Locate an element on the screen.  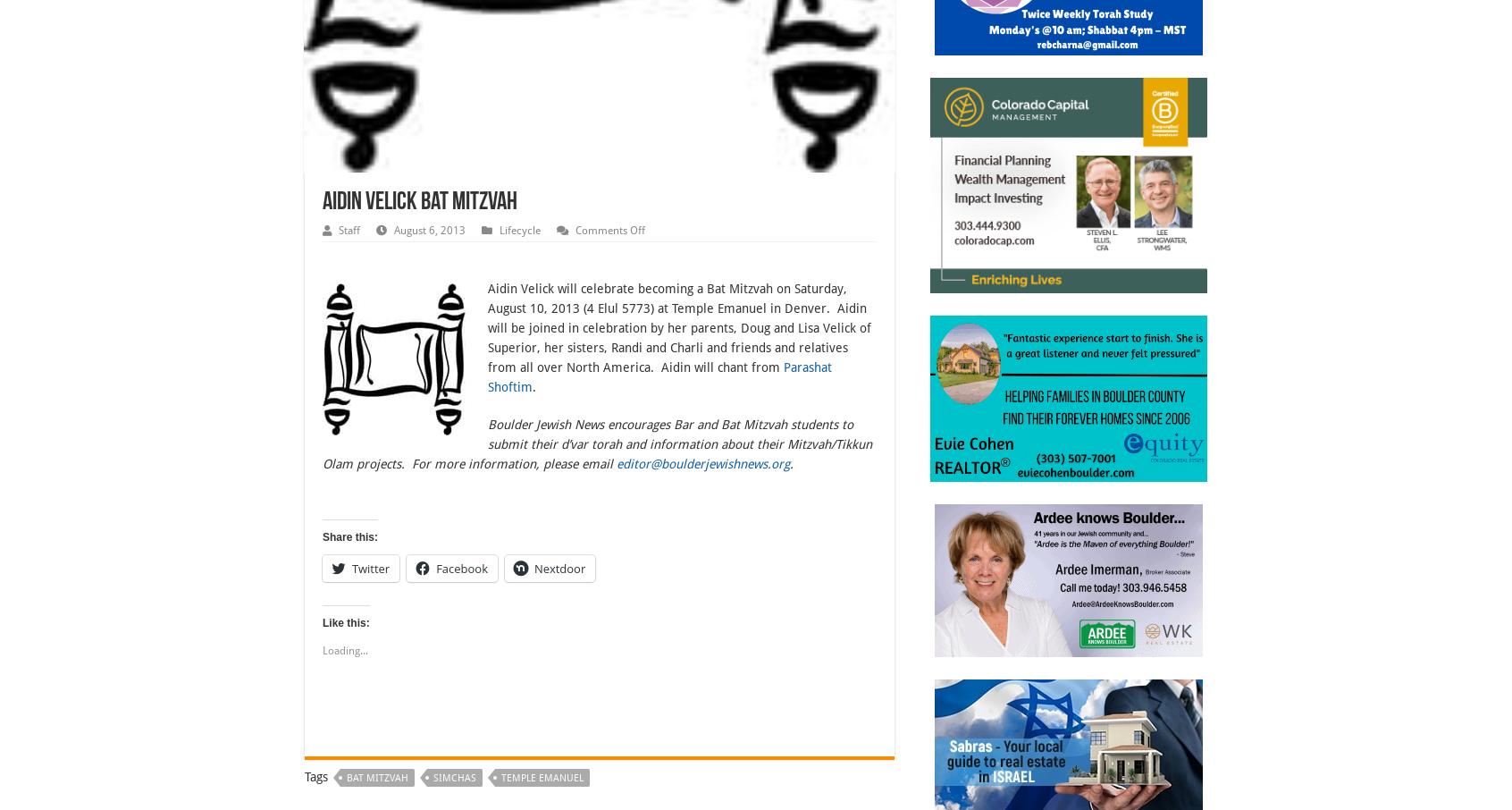
'temple emanuel' is located at coordinates (541, 778).